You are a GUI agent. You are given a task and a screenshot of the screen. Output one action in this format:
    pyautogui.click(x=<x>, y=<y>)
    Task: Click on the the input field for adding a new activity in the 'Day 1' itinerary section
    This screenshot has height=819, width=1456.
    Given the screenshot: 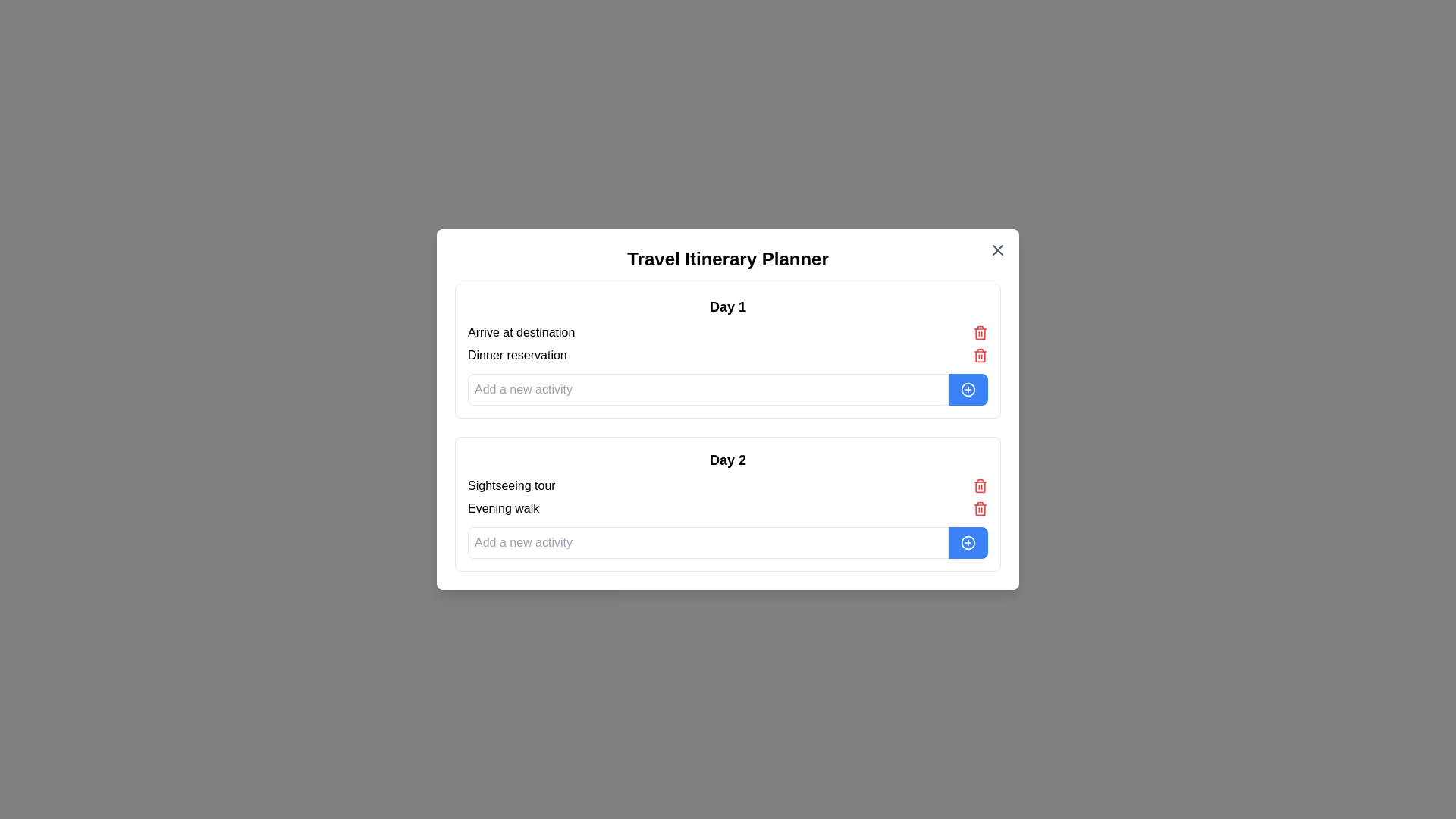 What is the action you would take?
    pyautogui.click(x=728, y=388)
    